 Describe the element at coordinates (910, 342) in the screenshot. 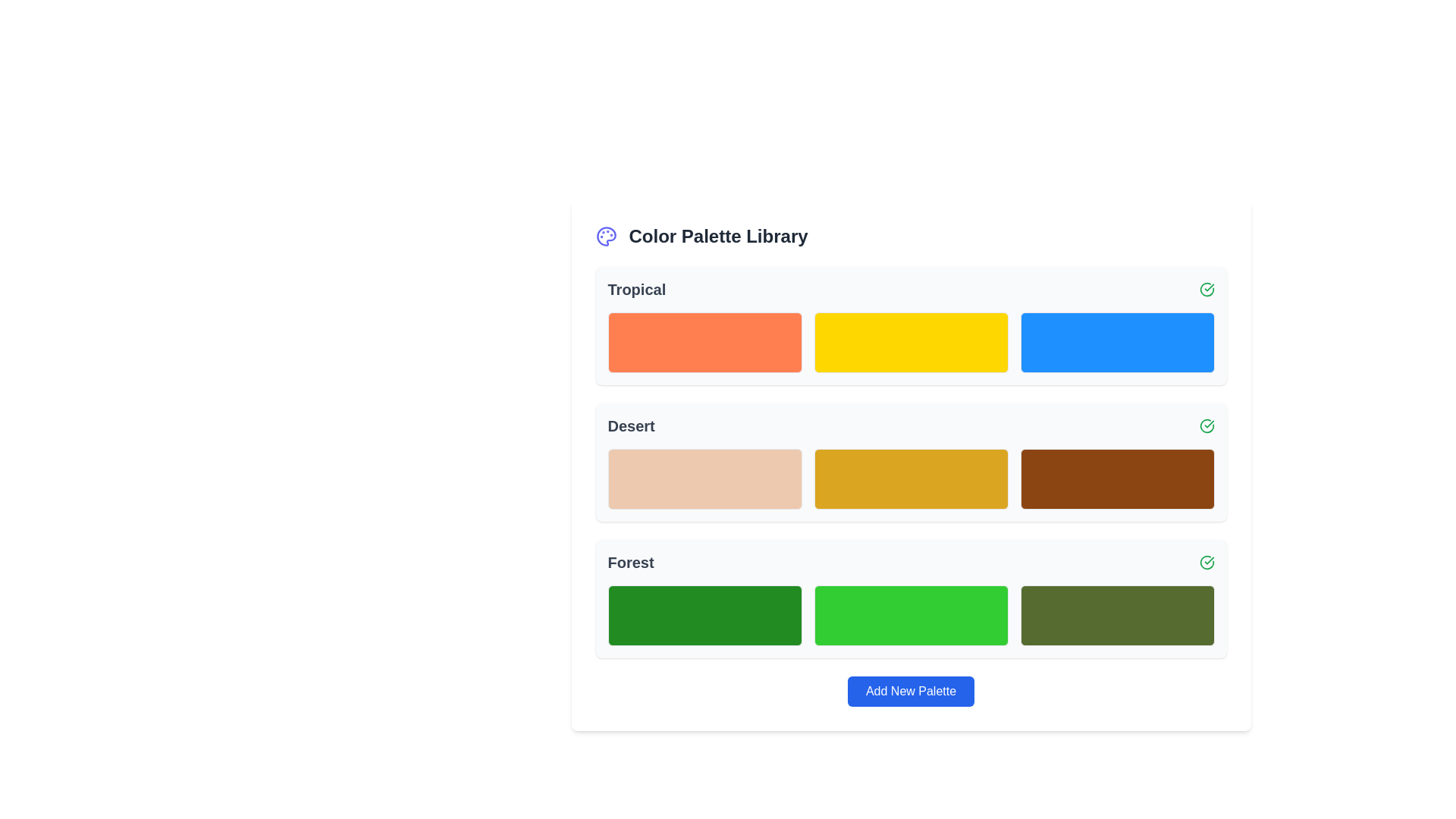

I see `the color preview blocks` at that location.